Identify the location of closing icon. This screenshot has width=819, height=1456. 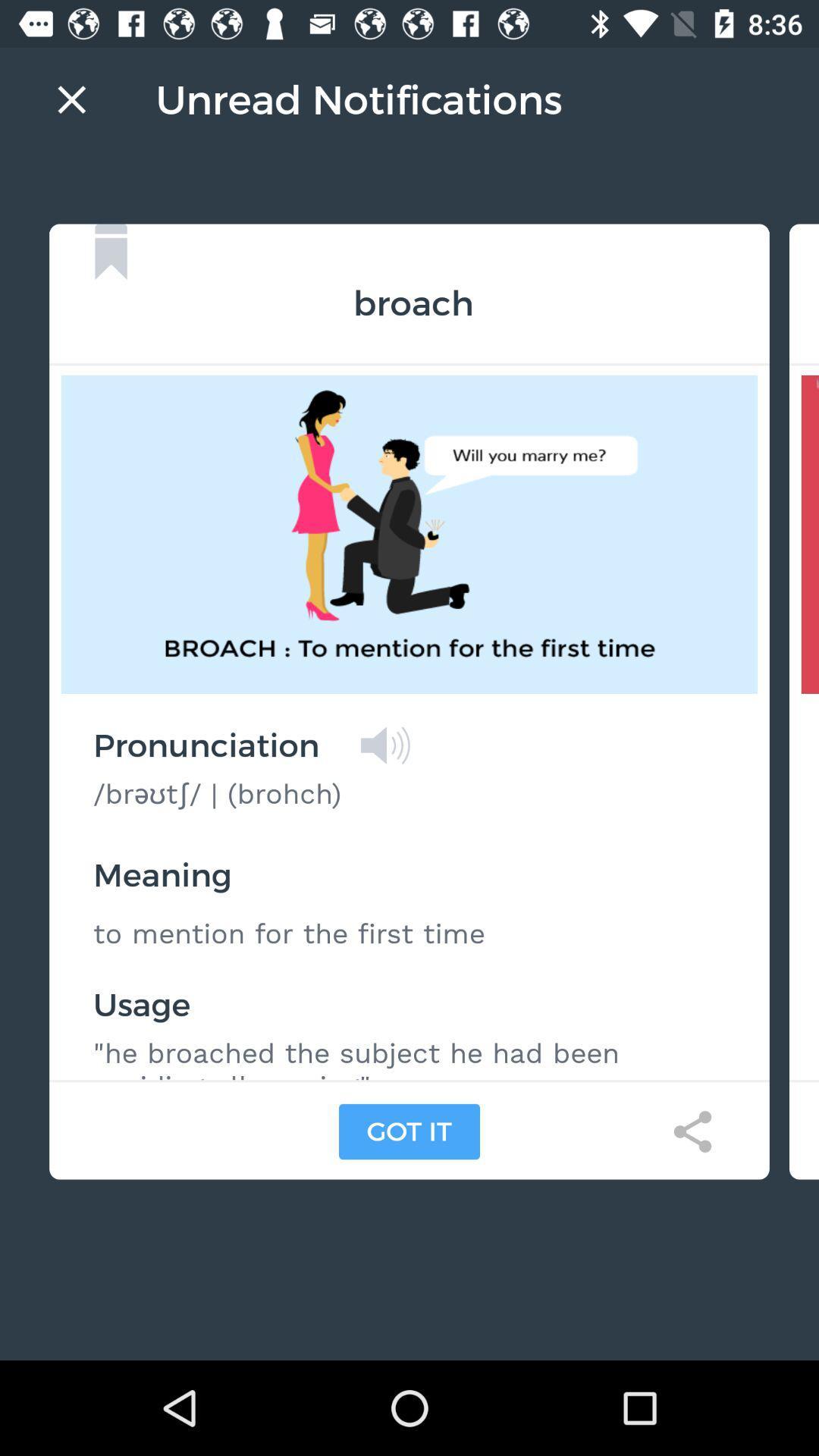
(71, 99).